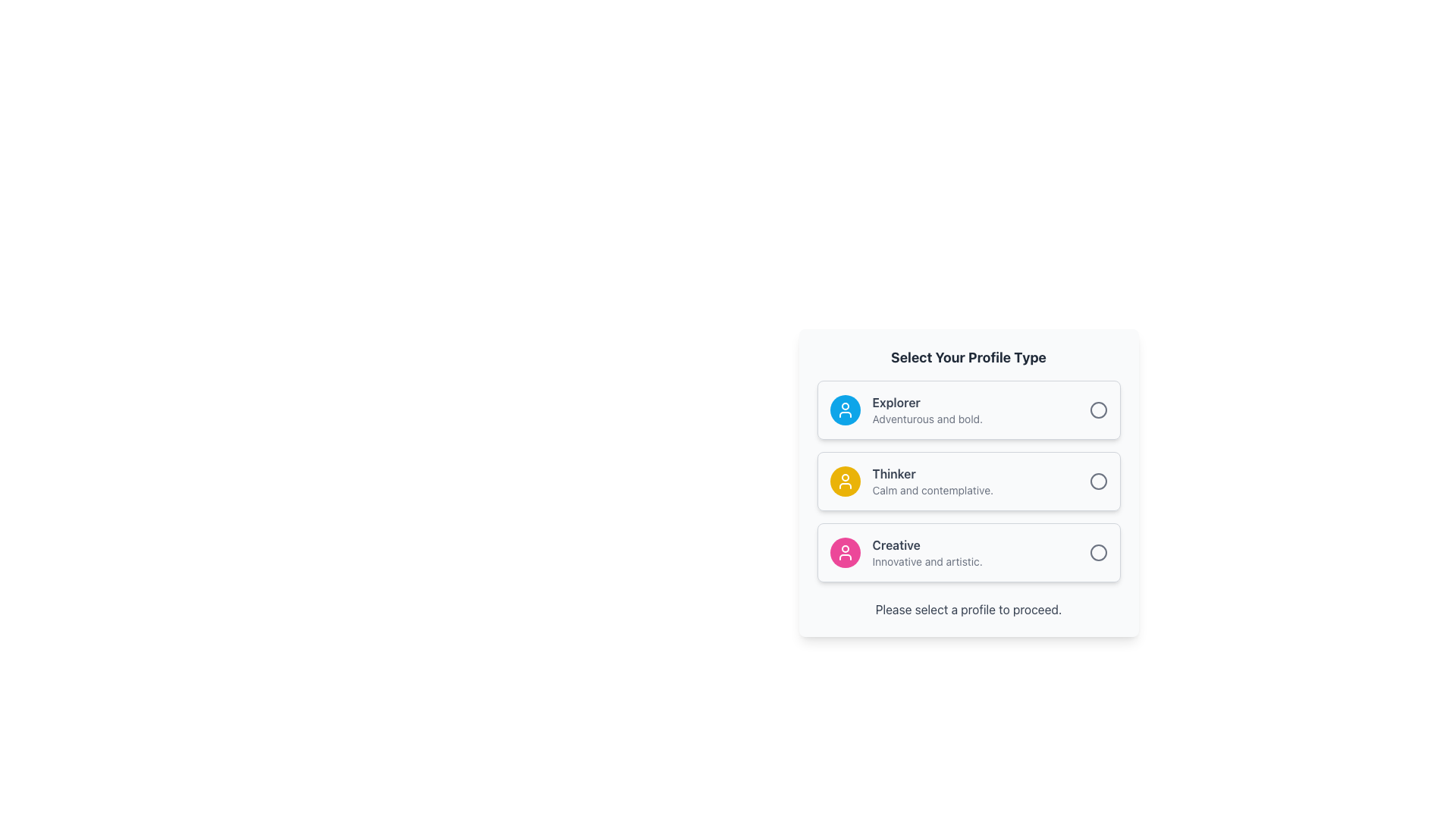  I want to click on one of the radio button options in the selection component labeled 'Select Your Profile Type', so click(968, 482).